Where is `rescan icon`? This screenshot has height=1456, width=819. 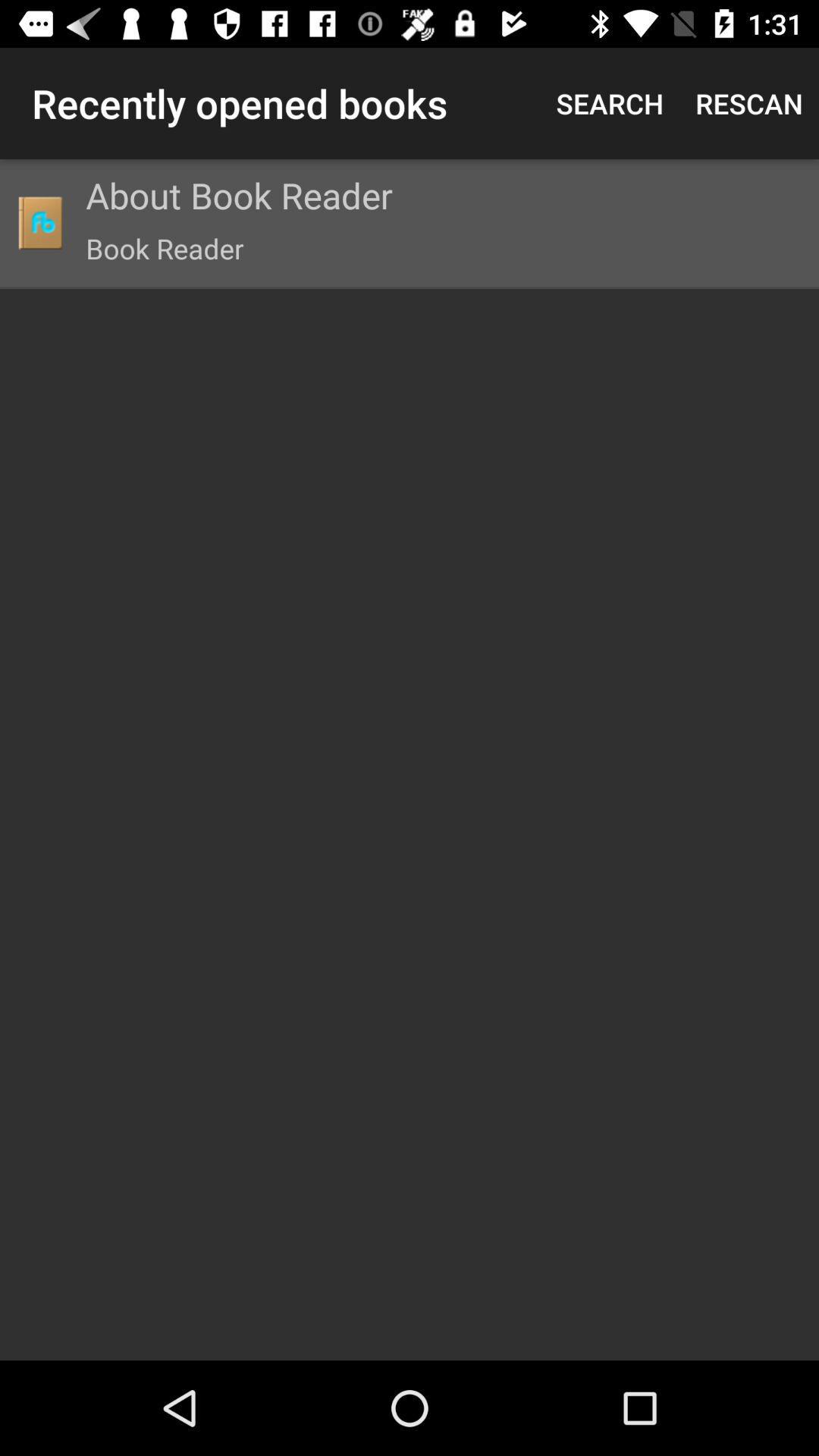 rescan icon is located at coordinates (748, 102).